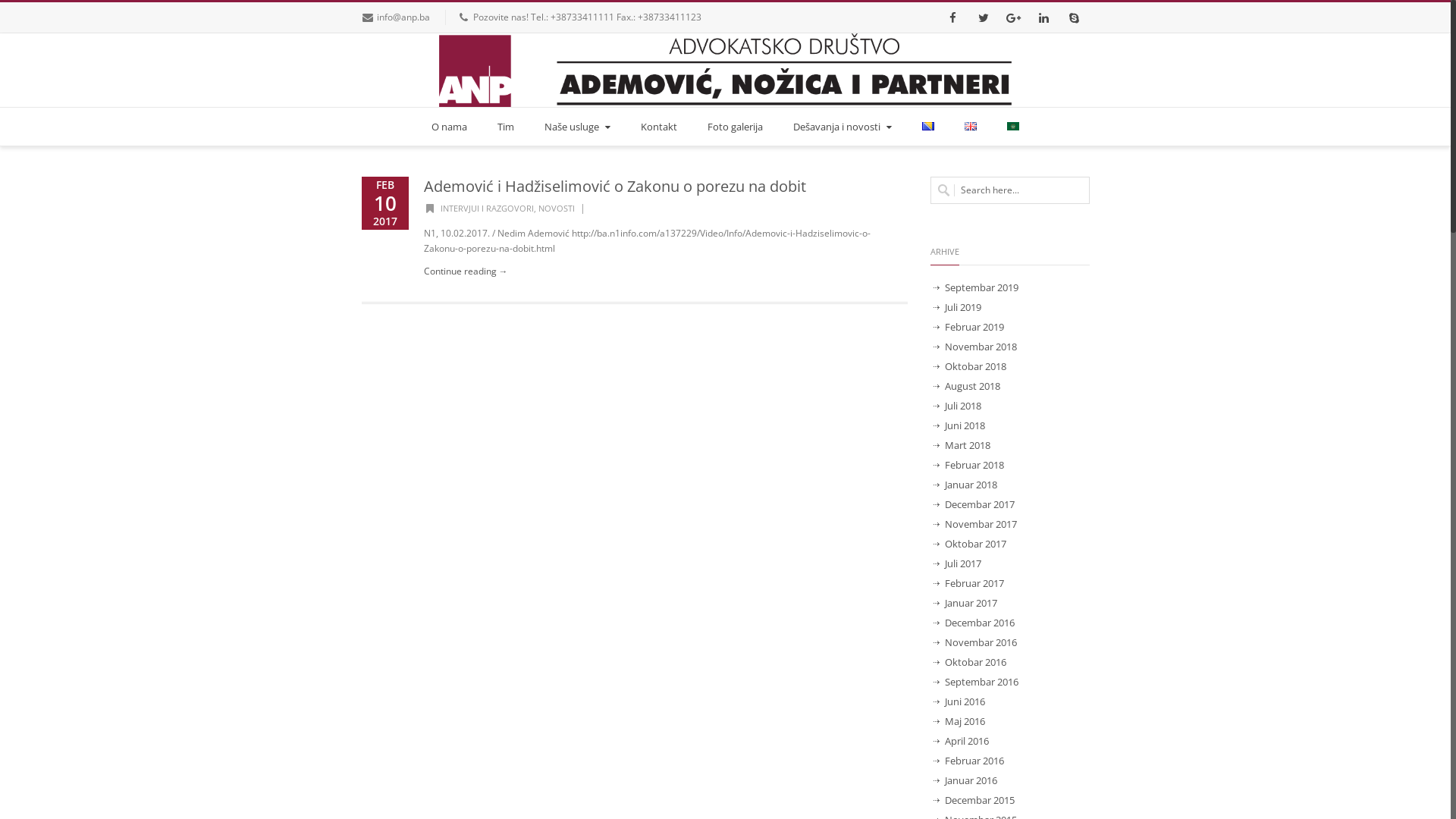  What do you see at coordinates (975, 522) in the screenshot?
I see `'Novembar 2017'` at bounding box center [975, 522].